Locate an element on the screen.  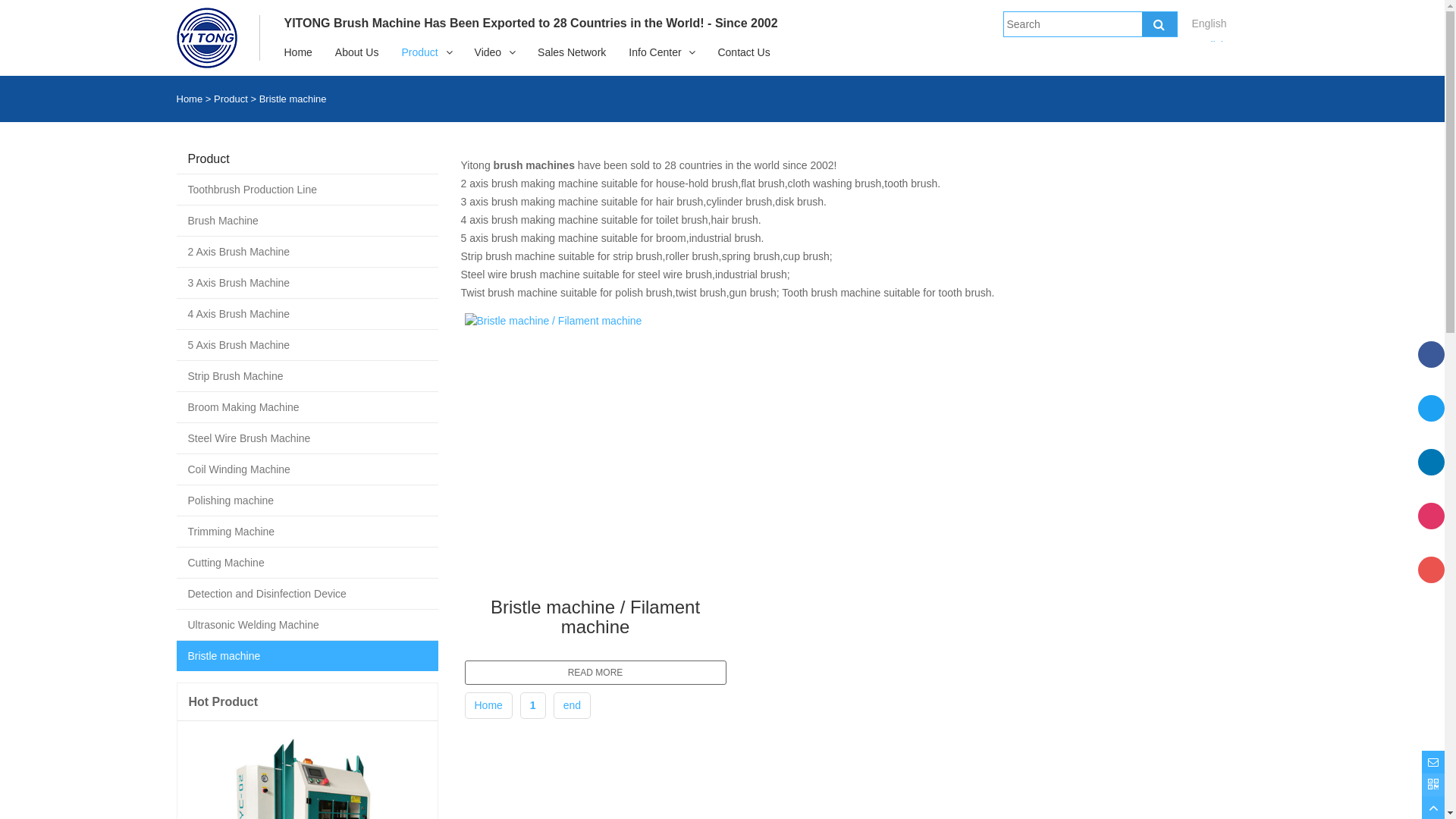
'Trimming Machine' is located at coordinates (175, 531).